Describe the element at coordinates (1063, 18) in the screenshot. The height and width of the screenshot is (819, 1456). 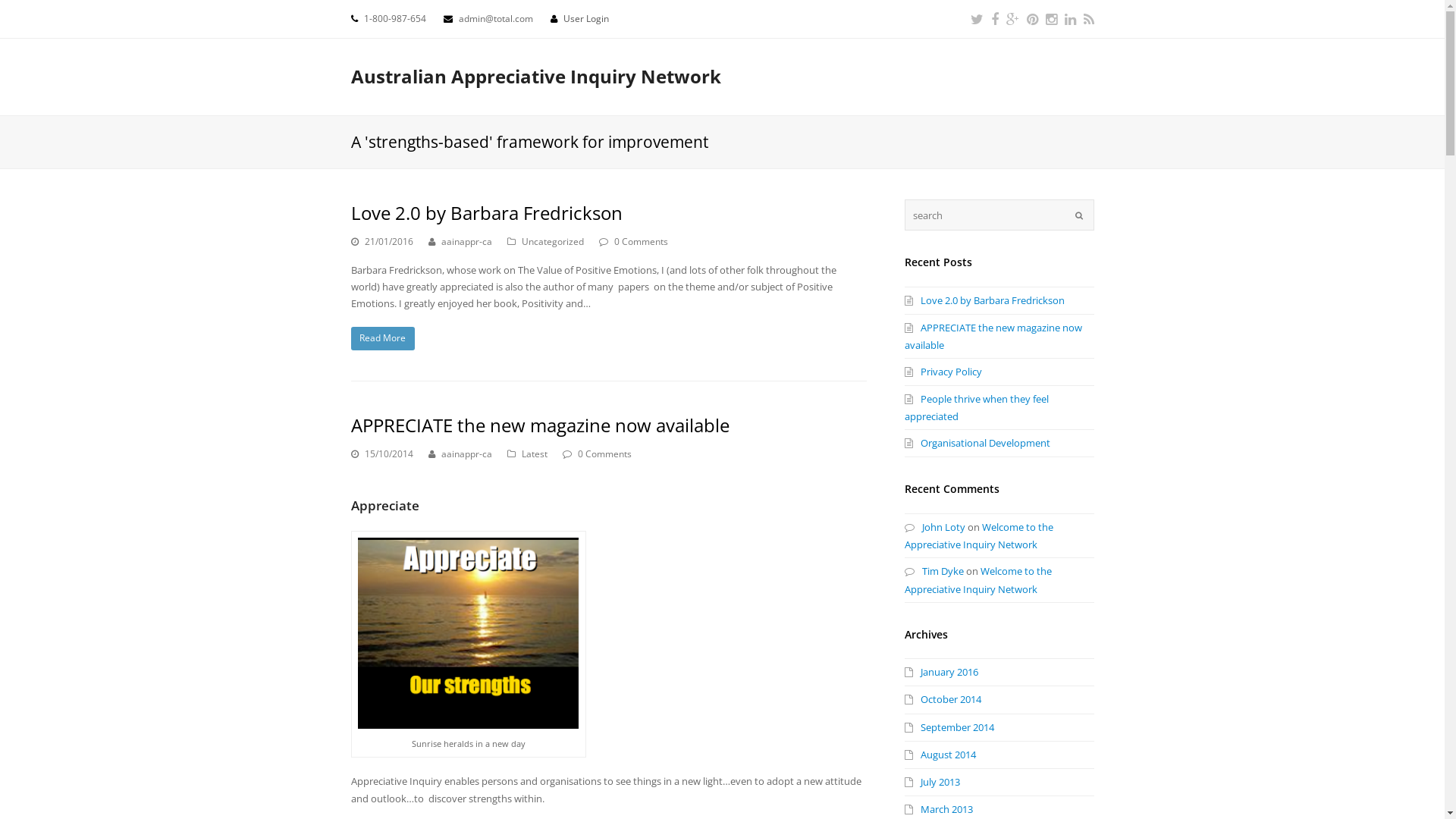
I see `'LinkedIn'` at that location.